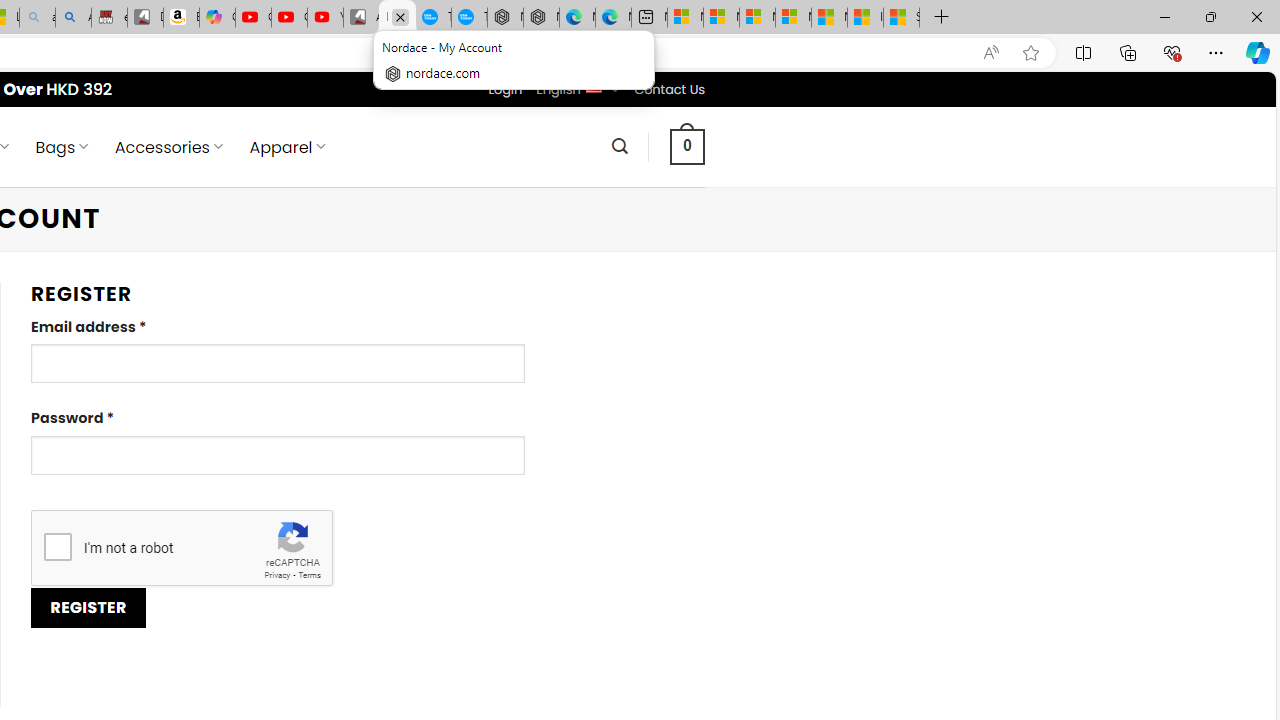 Image resolution: width=1280 pixels, height=720 pixels. Describe the element at coordinates (505, 88) in the screenshot. I see `'Login'` at that location.